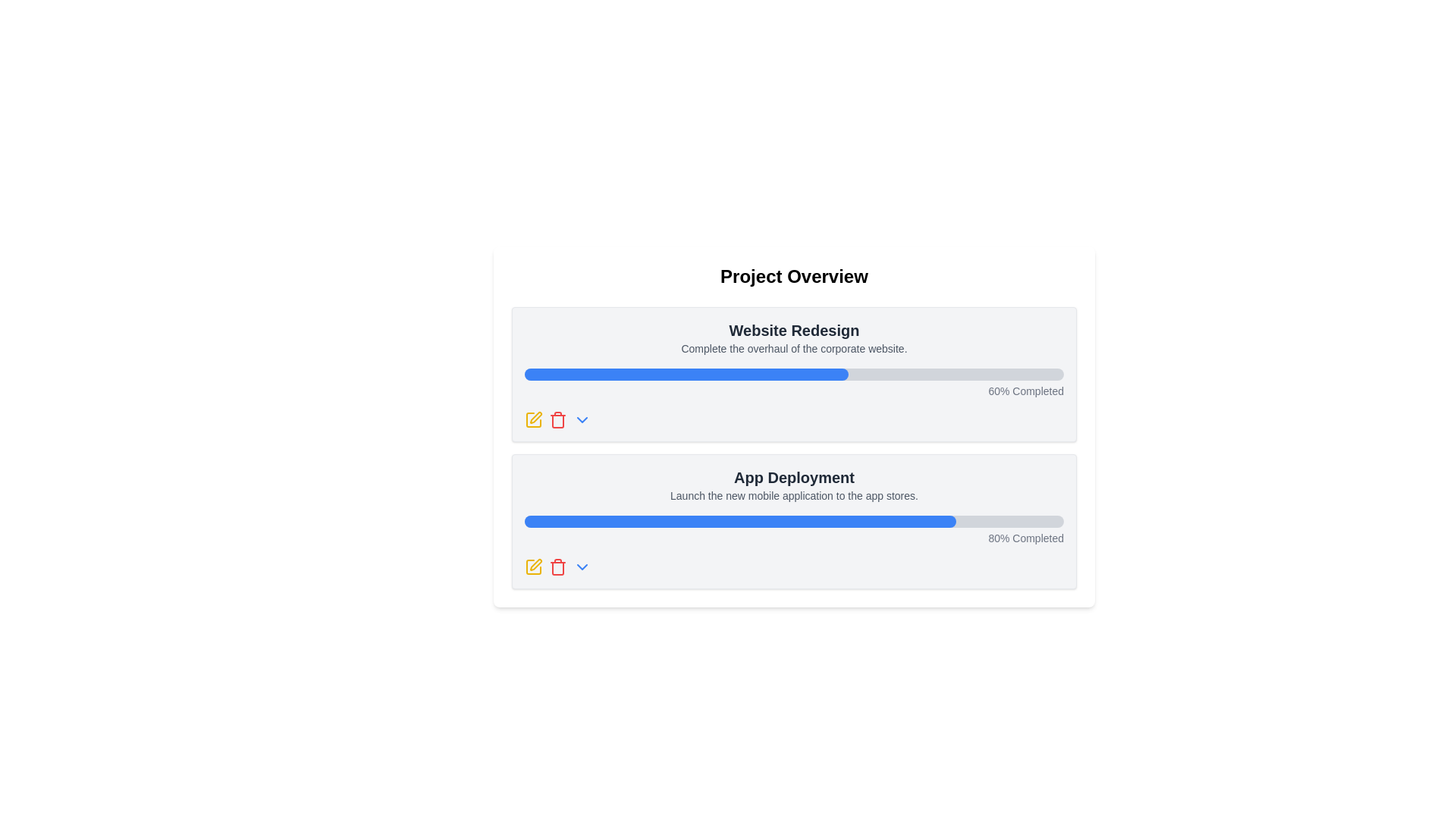  I want to click on the yellow graphical icon located in the lower-left corner of the 'App Deployment' card, which is part of a set of interactive icons, so click(534, 567).